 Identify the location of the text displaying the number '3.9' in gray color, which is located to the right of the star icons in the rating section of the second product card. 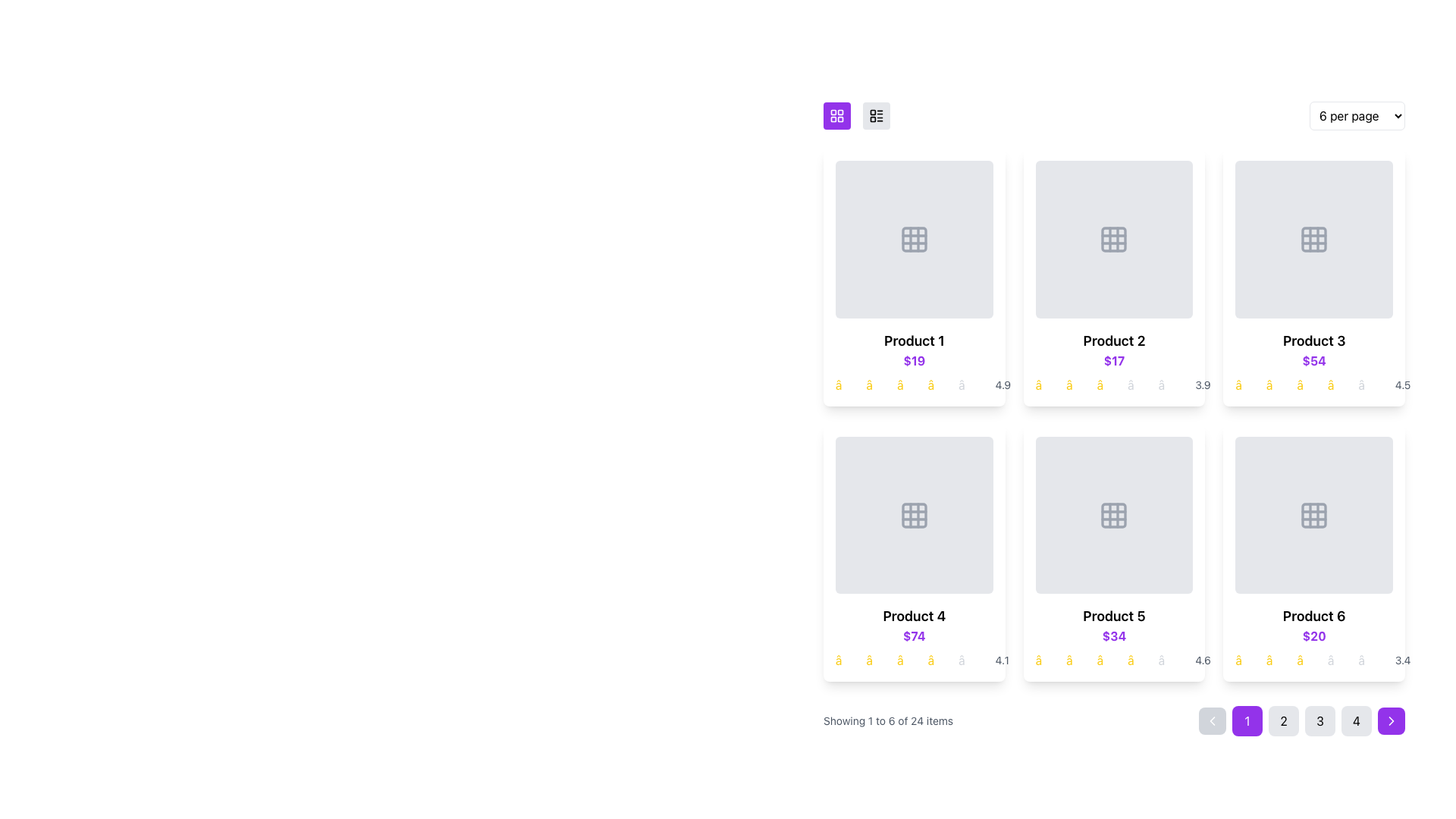
(1202, 384).